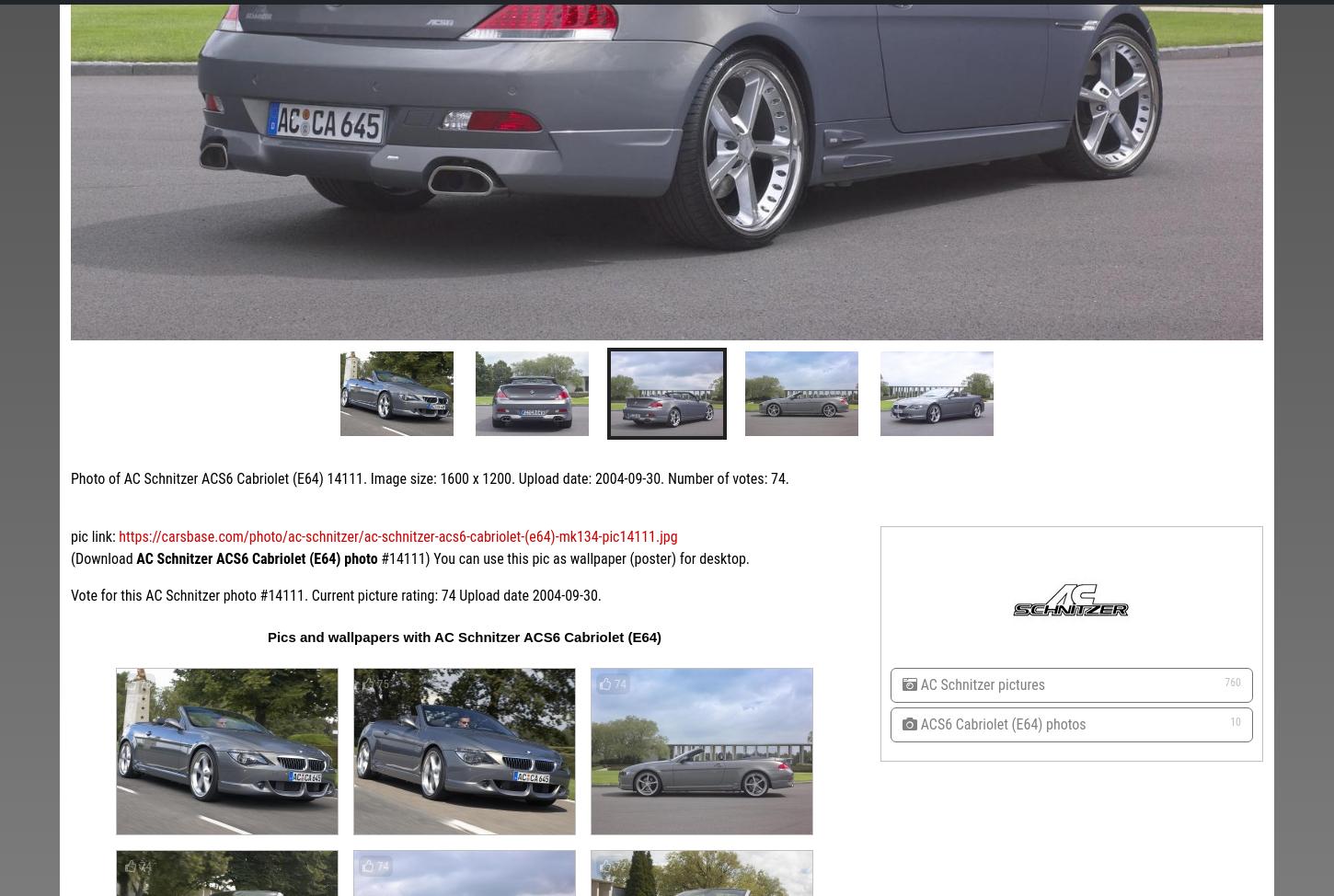  I want to click on 'This week most popular AC Schnitzer pics', so click(170, 250).